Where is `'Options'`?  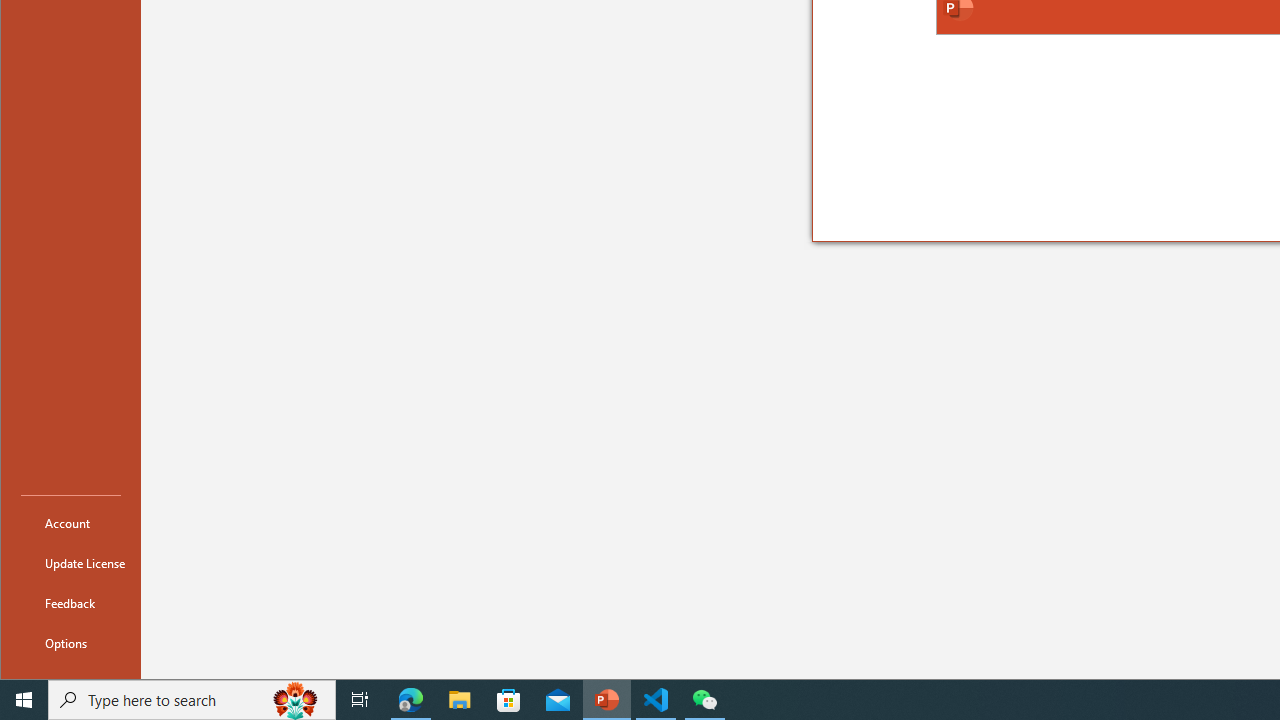
'Options' is located at coordinates (71, 642).